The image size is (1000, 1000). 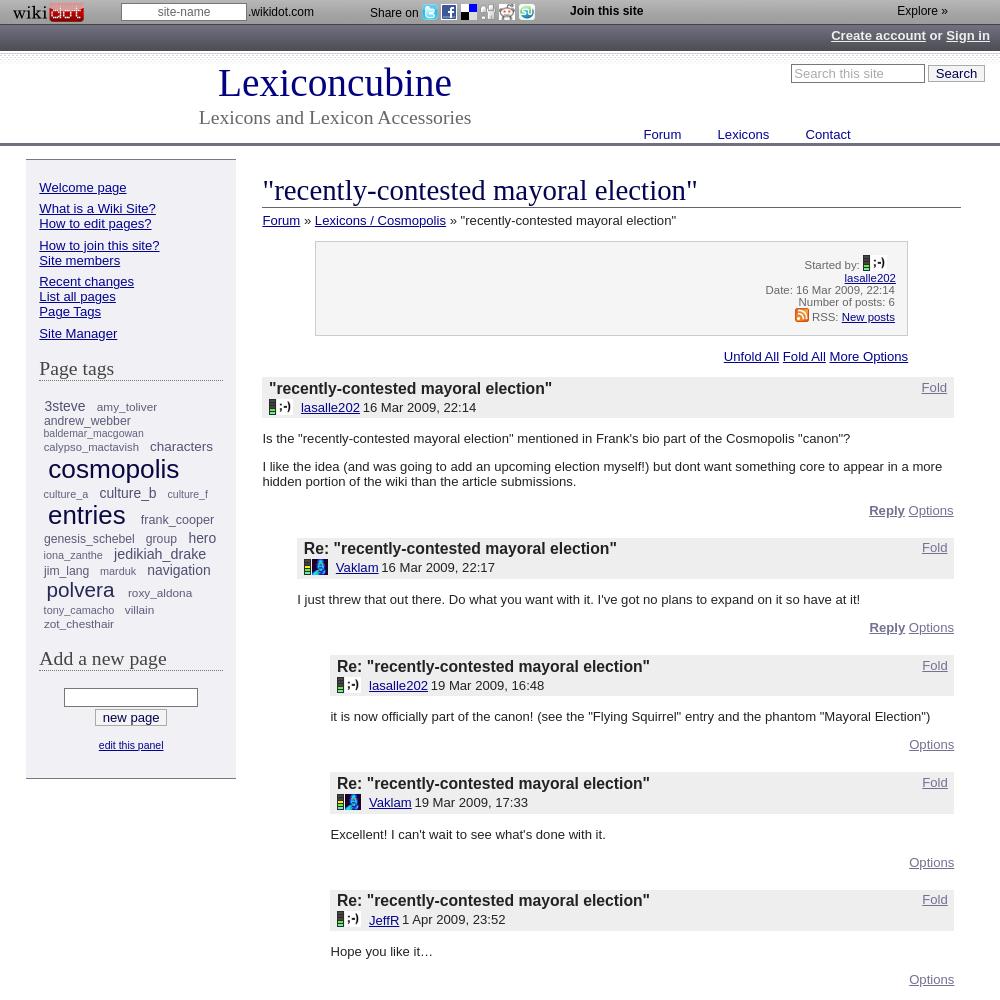 What do you see at coordinates (65, 569) in the screenshot?
I see `'jim_lang'` at bounding box center [65, 569].